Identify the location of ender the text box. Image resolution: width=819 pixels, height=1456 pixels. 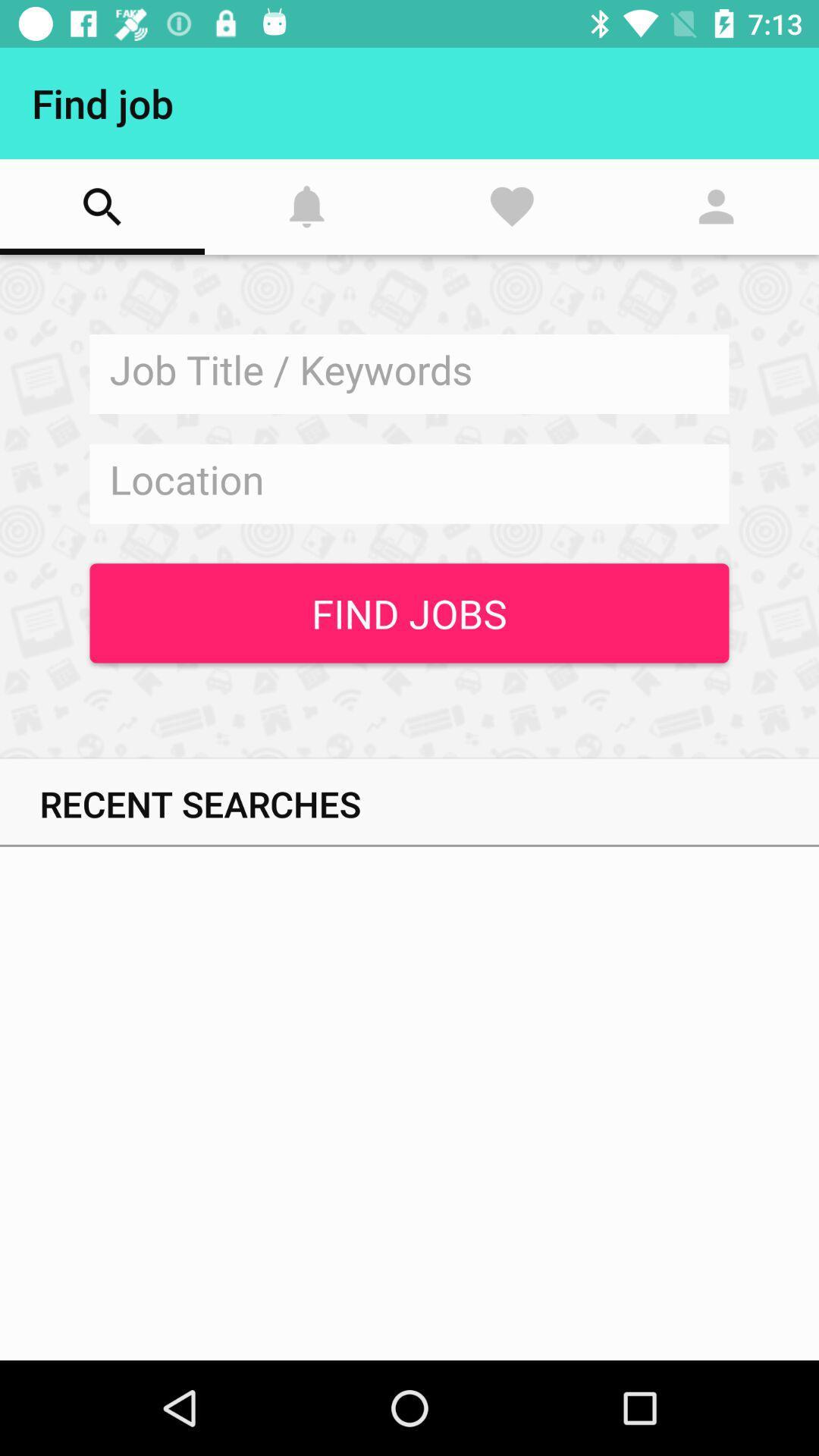
(409, 483).